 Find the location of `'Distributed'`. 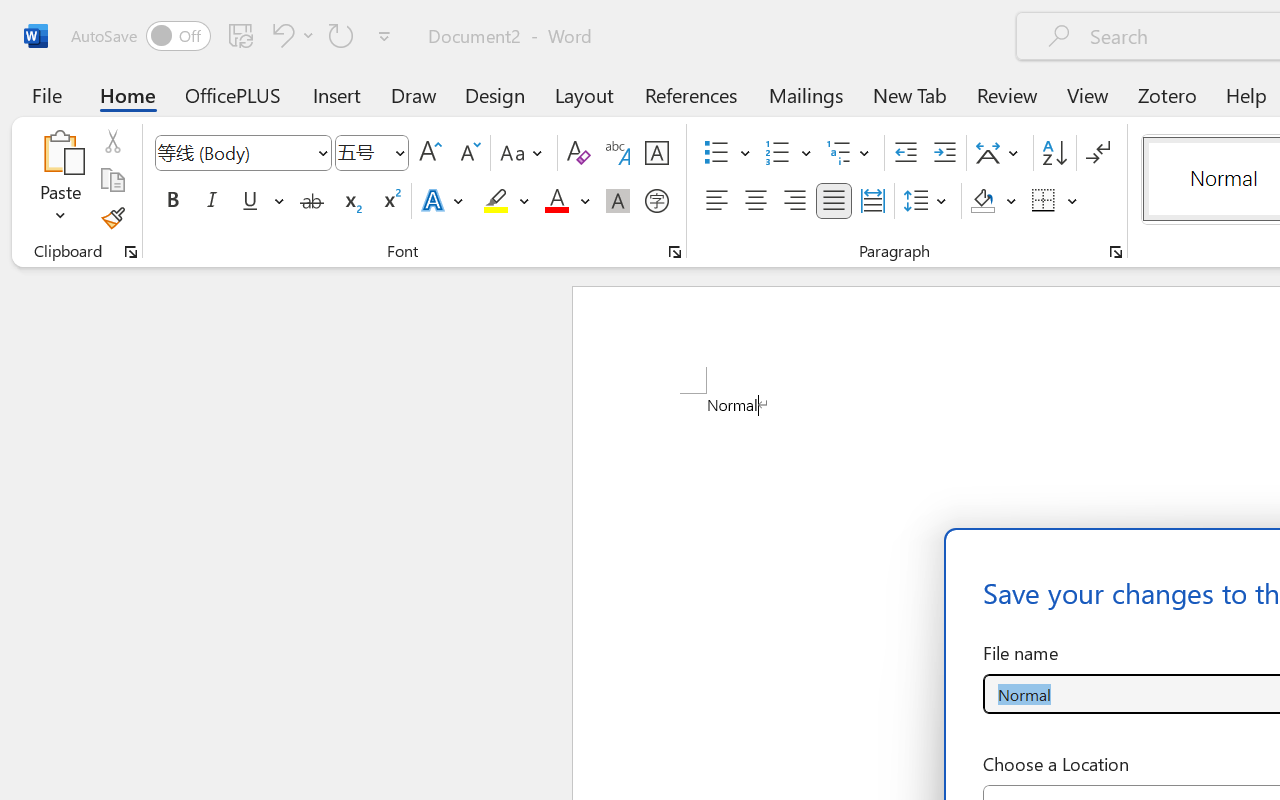

'Distributed' is located at coordinates (872, 201).